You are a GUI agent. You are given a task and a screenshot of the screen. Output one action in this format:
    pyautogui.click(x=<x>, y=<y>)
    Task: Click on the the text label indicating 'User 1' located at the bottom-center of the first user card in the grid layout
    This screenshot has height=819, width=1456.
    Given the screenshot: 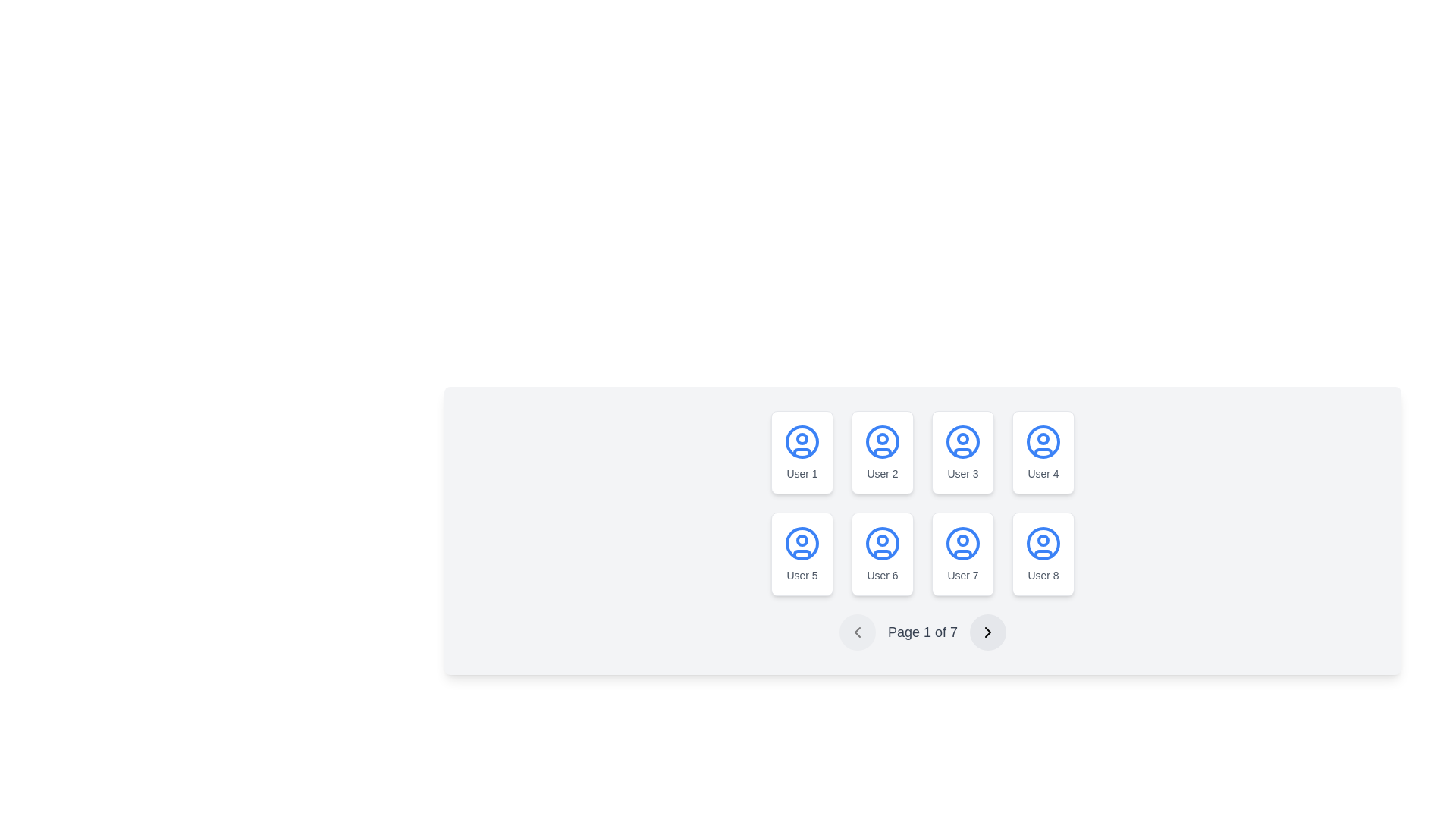 What is the action you would take?
    pyautogui.click(x=801, y=472)
    